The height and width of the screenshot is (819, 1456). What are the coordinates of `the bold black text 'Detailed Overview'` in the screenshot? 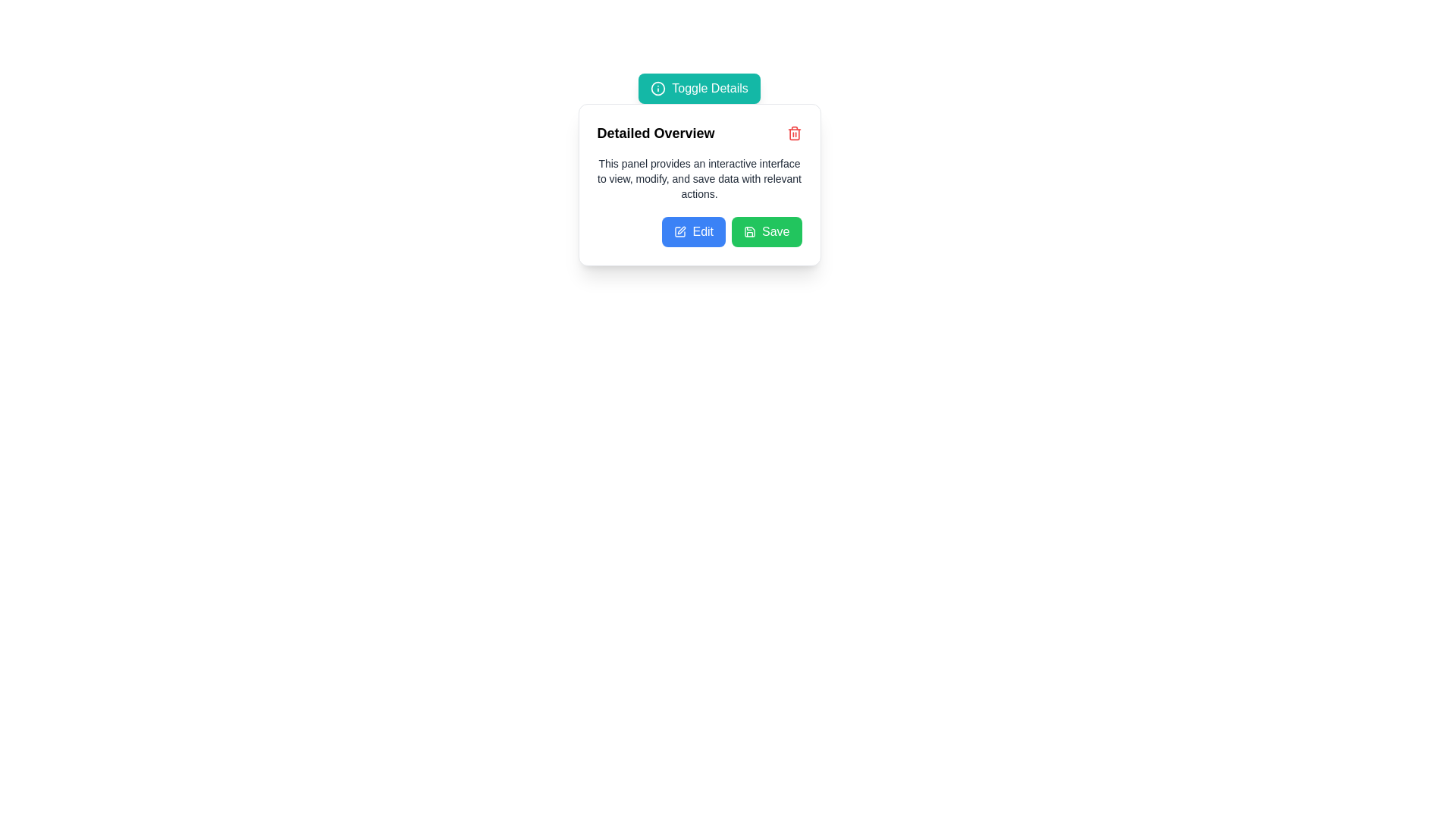 It's located at (698, 133).